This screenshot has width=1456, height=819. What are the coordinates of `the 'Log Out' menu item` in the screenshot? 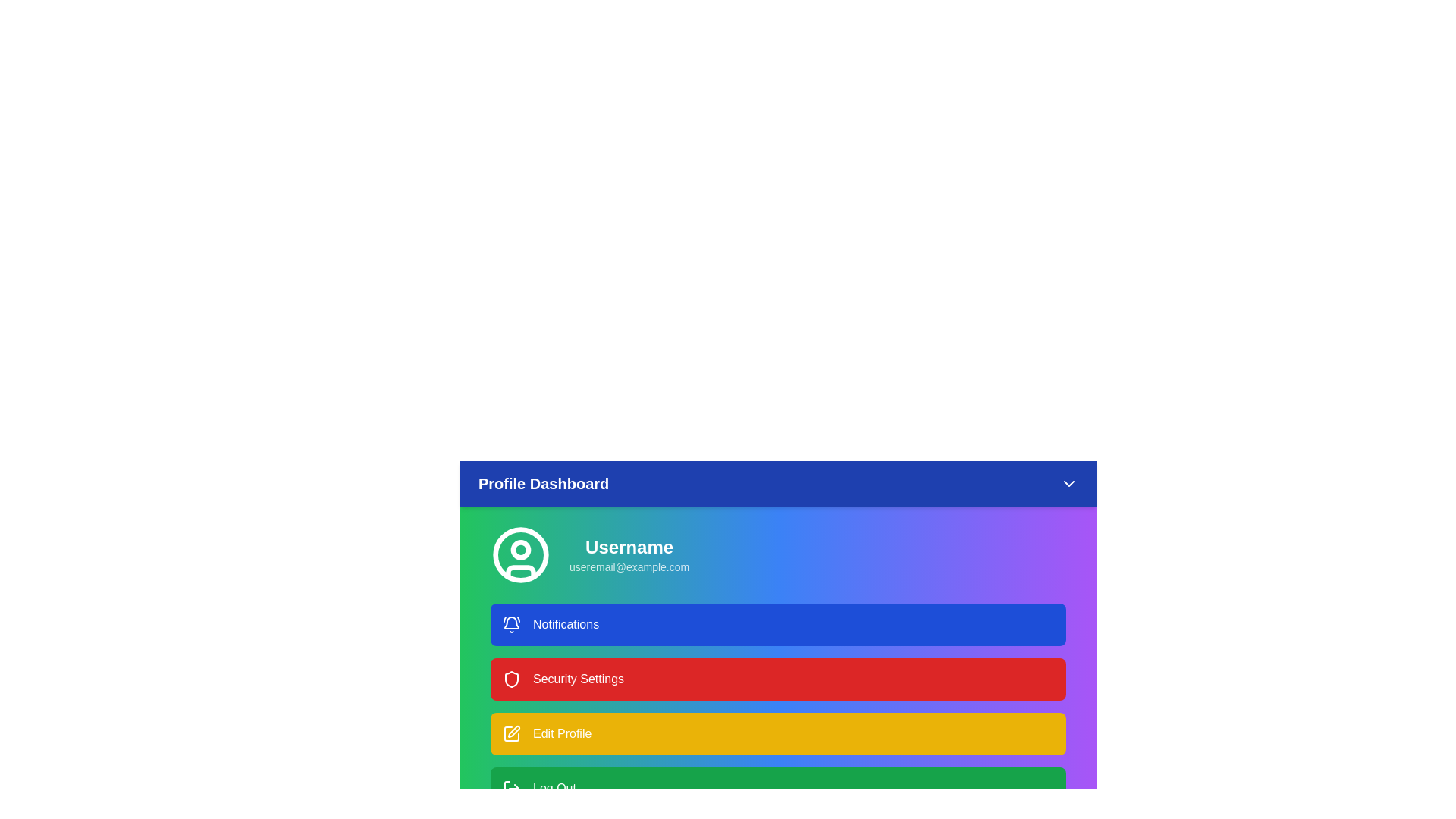 It's located at (778, 788).